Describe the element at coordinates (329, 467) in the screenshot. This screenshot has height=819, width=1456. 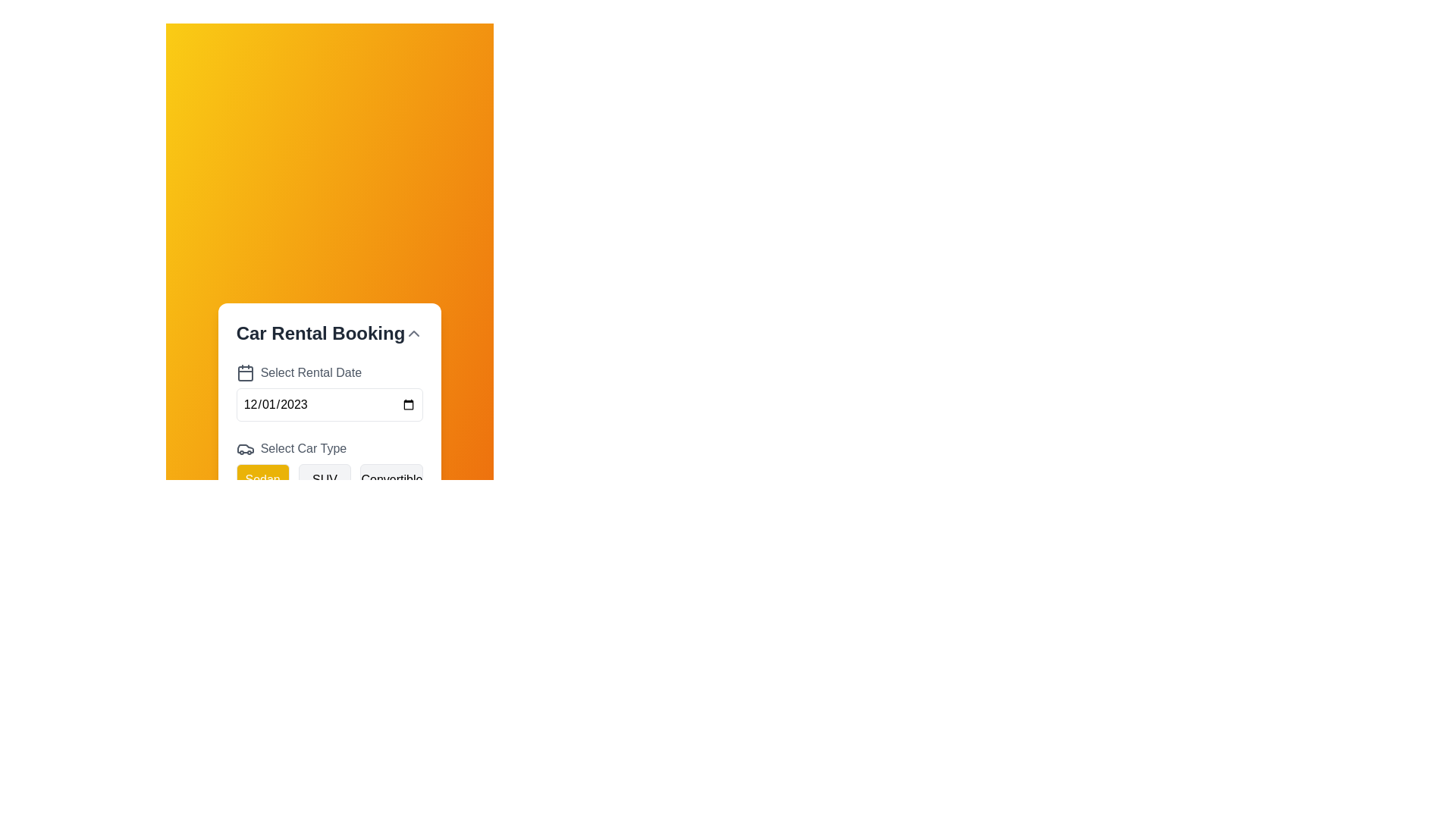
I see `the 'Select Car Type' section to choose a car type from the options available: 'Sedan', 'SUV', or 'Convertible'` at that location.